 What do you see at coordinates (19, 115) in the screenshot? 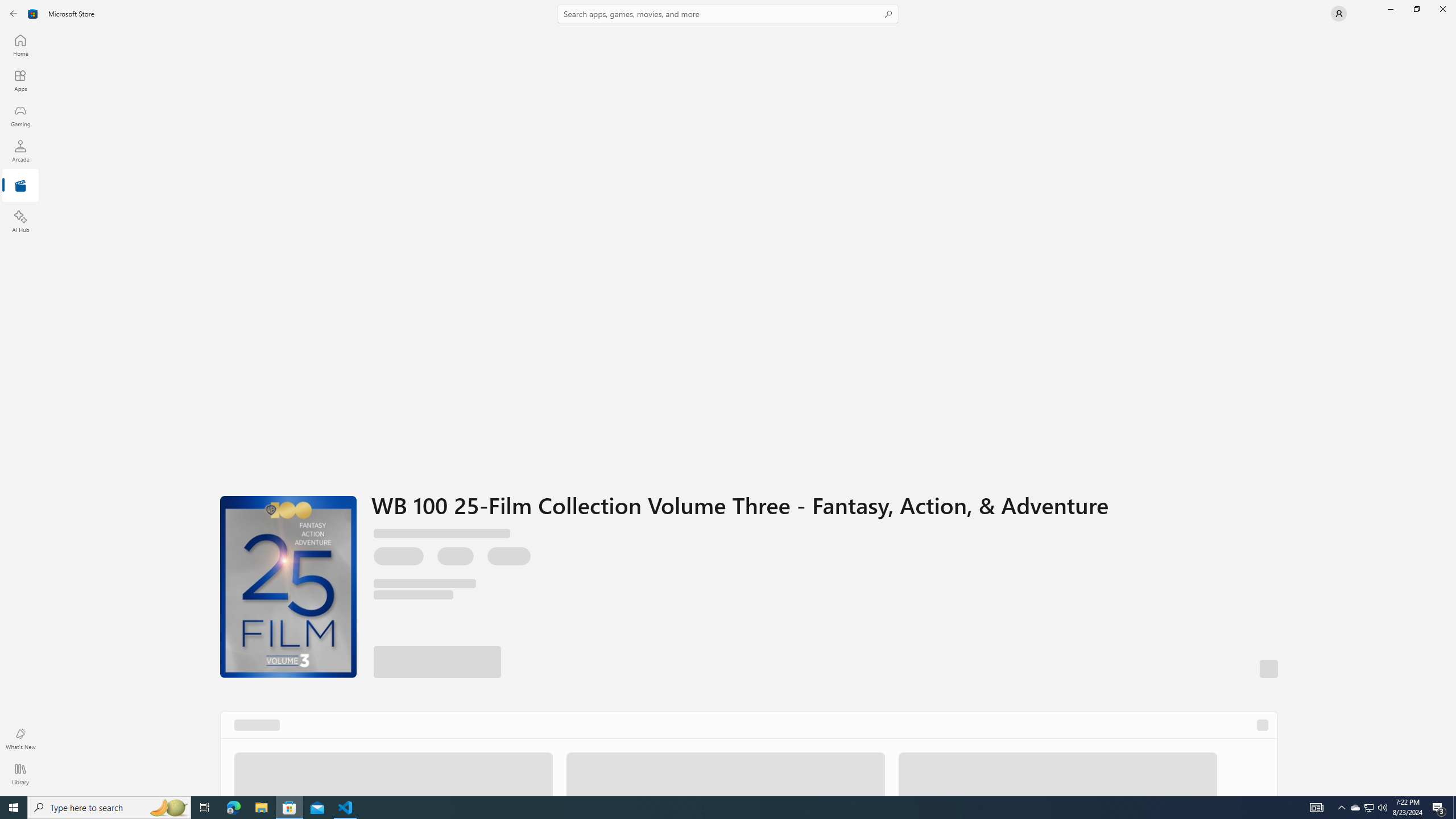
I see `'Gaming'` at bounding box center [19, 115].